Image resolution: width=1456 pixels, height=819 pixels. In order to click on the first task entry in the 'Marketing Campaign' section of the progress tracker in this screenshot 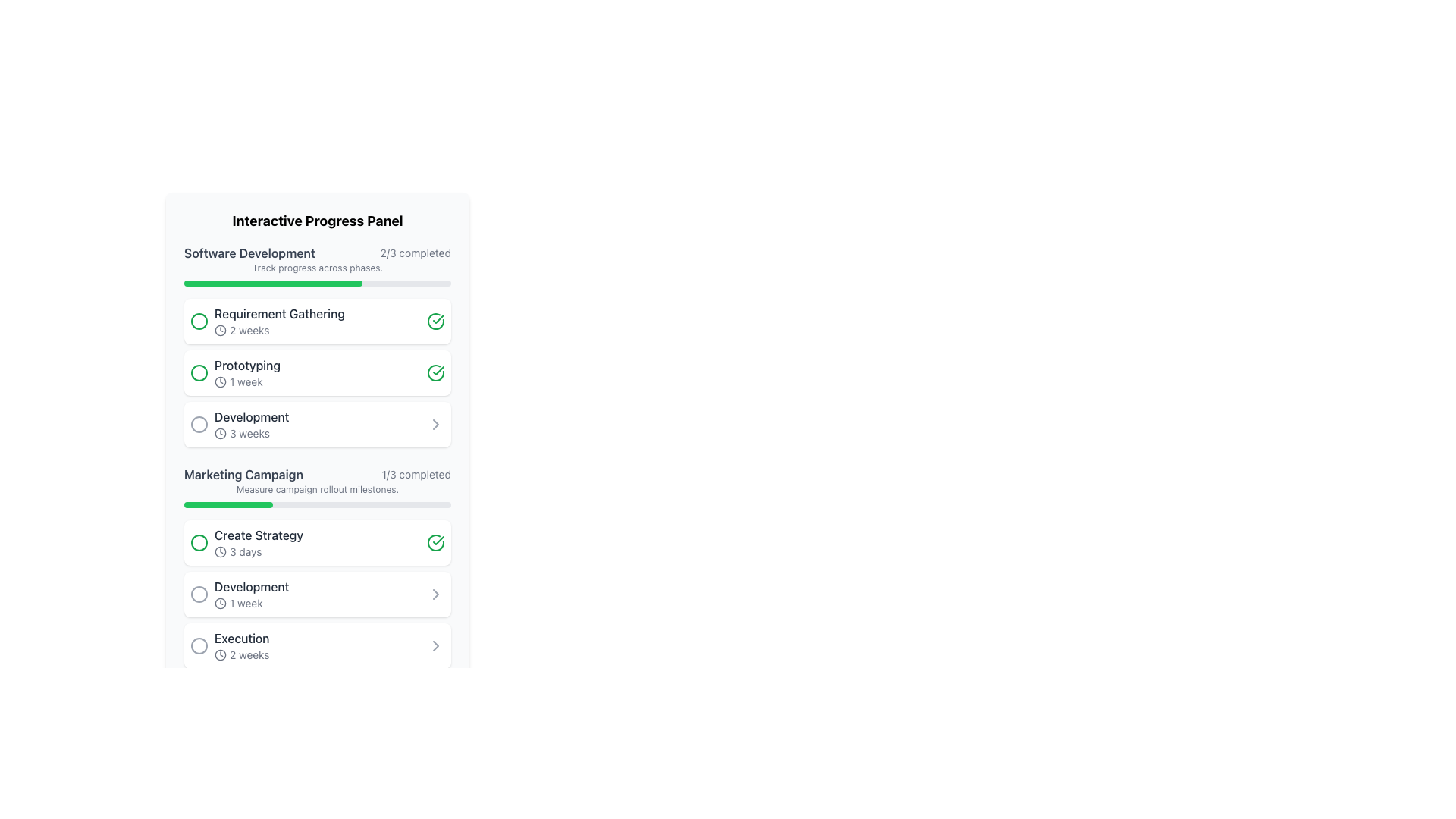, I will do `click(246, 542)`.